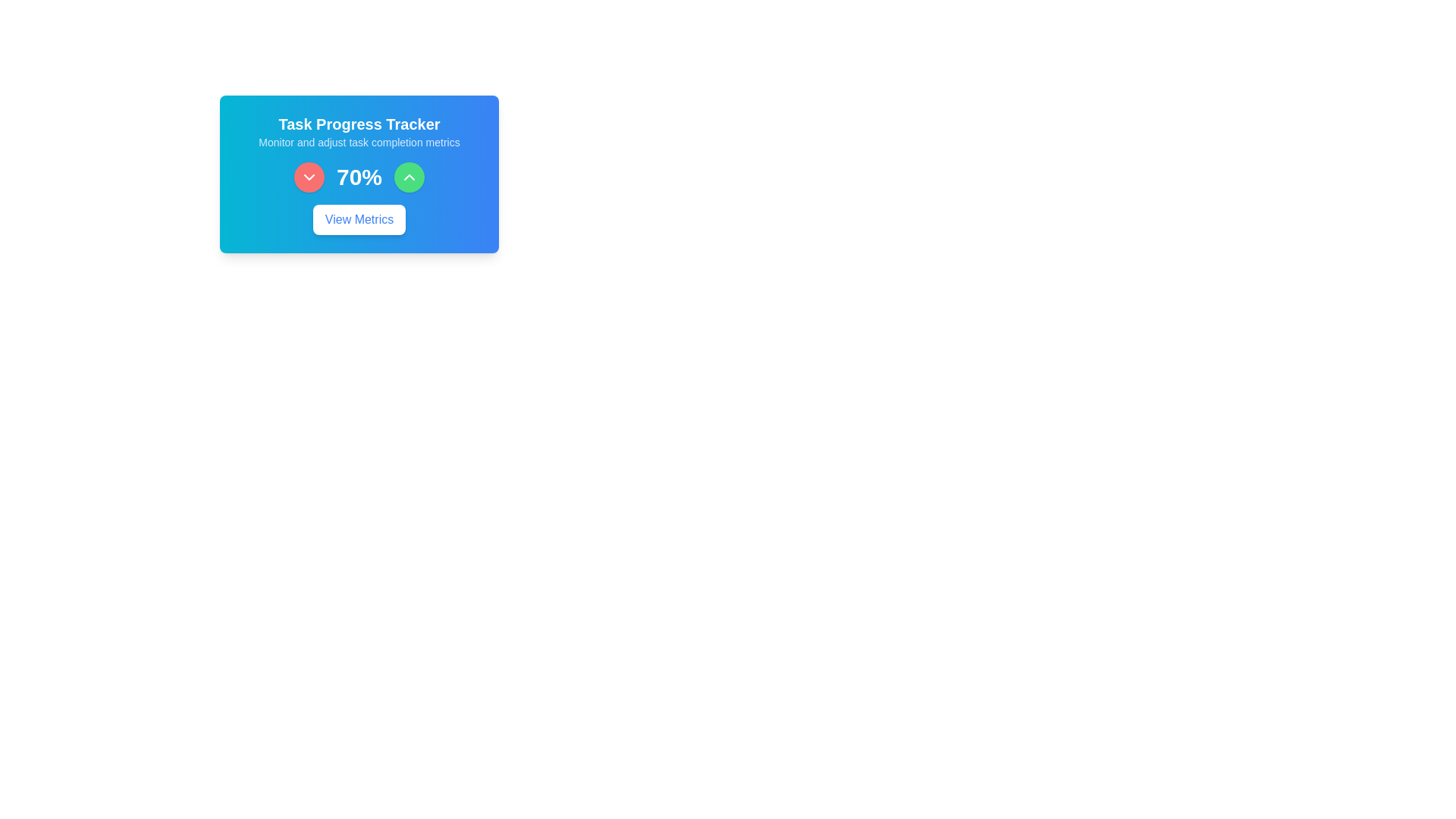 This screenshot has height=819, width=1456. What do you see at coordinates (359, 176) in the screenshot?
I see `Text label displaying '70%' in bold white font against a blue background to extract the percentage value` at bounding box center [359, 176].